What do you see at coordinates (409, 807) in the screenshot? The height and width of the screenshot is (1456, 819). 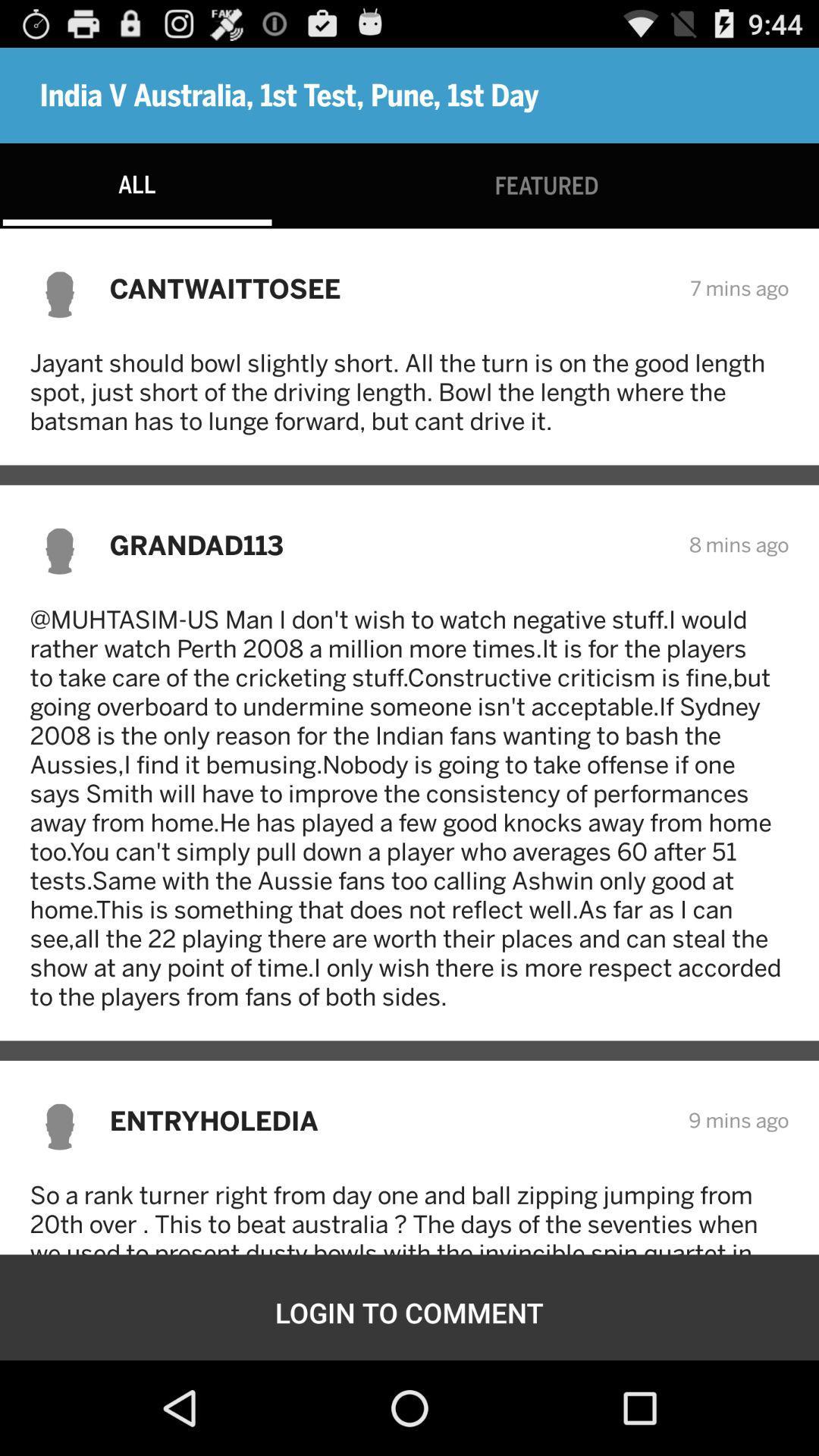 I see `the muhtasim us man` at bounding box center [409, 807].